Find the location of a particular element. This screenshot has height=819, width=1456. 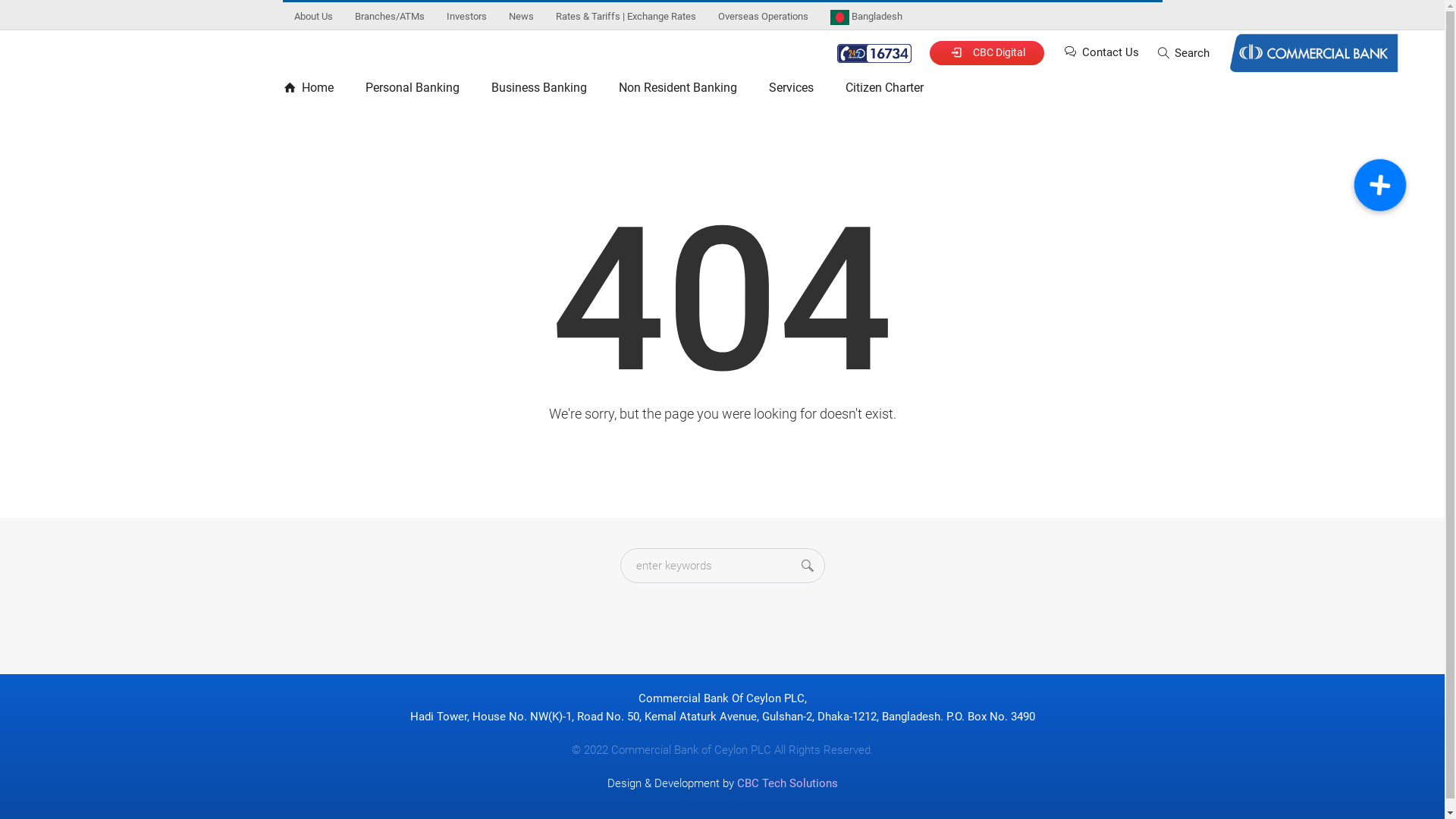

'About Us' is located at coordinates (284, 16).